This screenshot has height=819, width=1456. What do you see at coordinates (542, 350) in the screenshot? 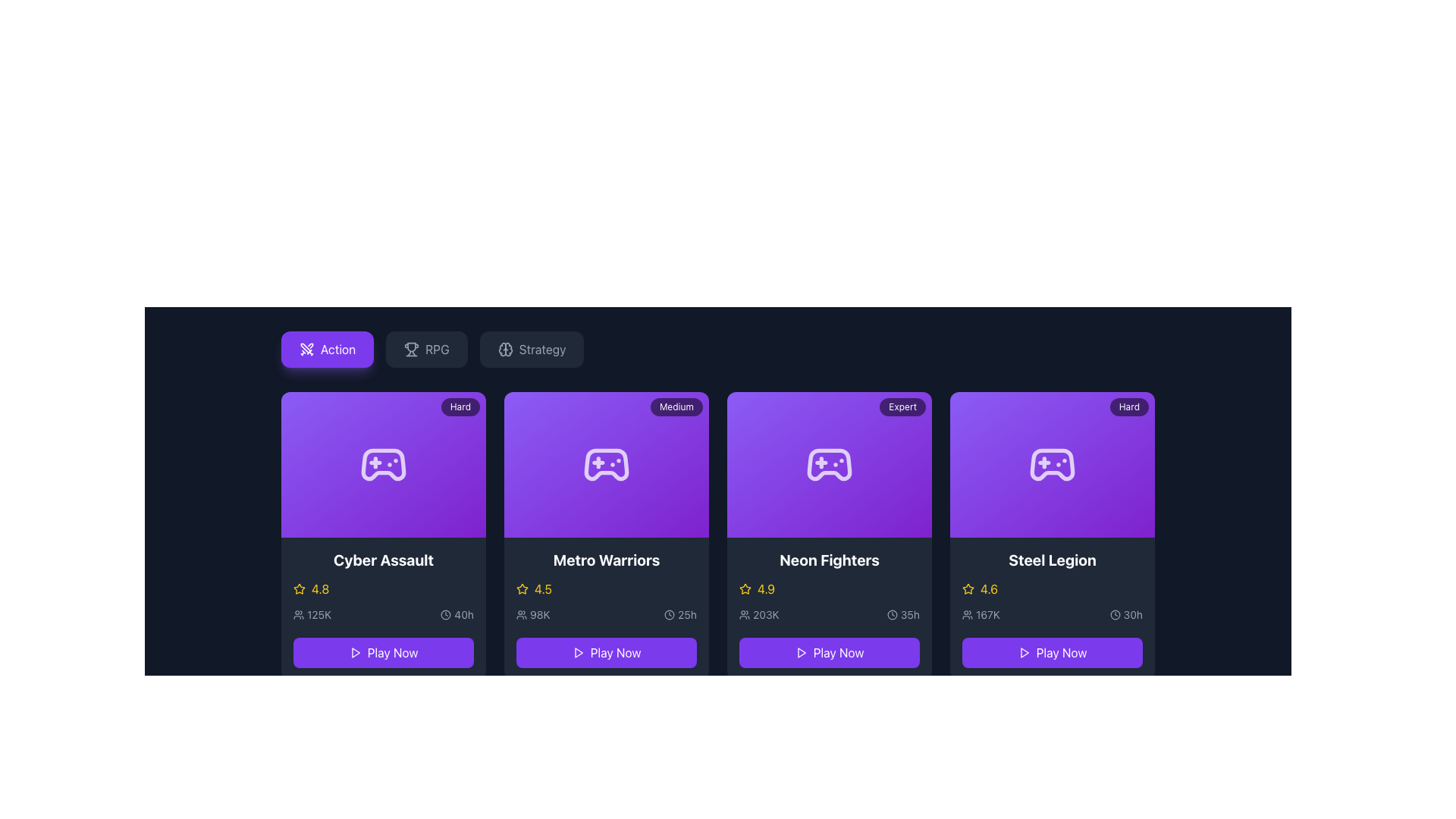
I see `the 'Strategy' text label in the navigation bar to observe any tooltip or hover effect` at bounding box center [542, 350].